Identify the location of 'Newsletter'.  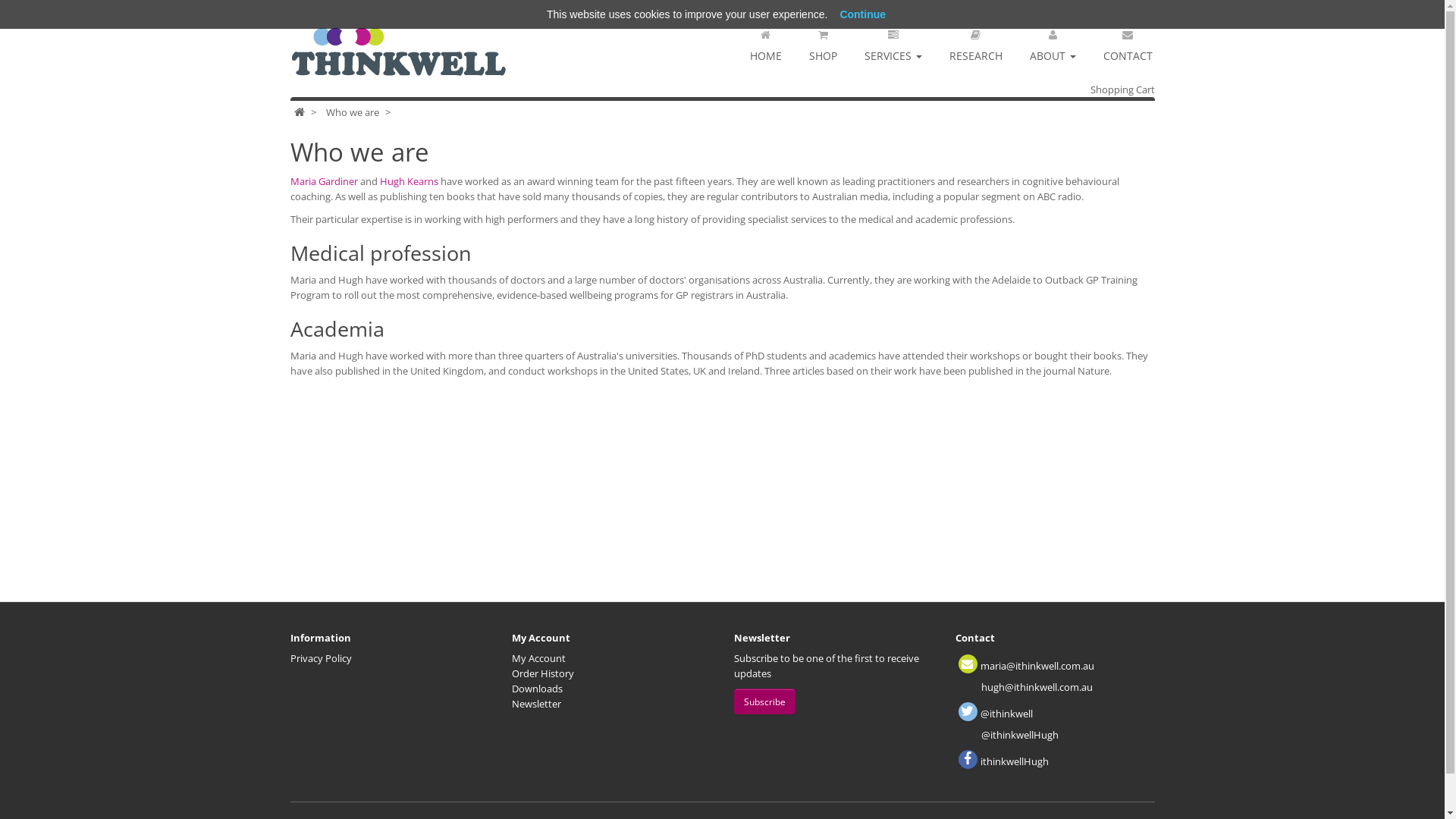
(536, 704).